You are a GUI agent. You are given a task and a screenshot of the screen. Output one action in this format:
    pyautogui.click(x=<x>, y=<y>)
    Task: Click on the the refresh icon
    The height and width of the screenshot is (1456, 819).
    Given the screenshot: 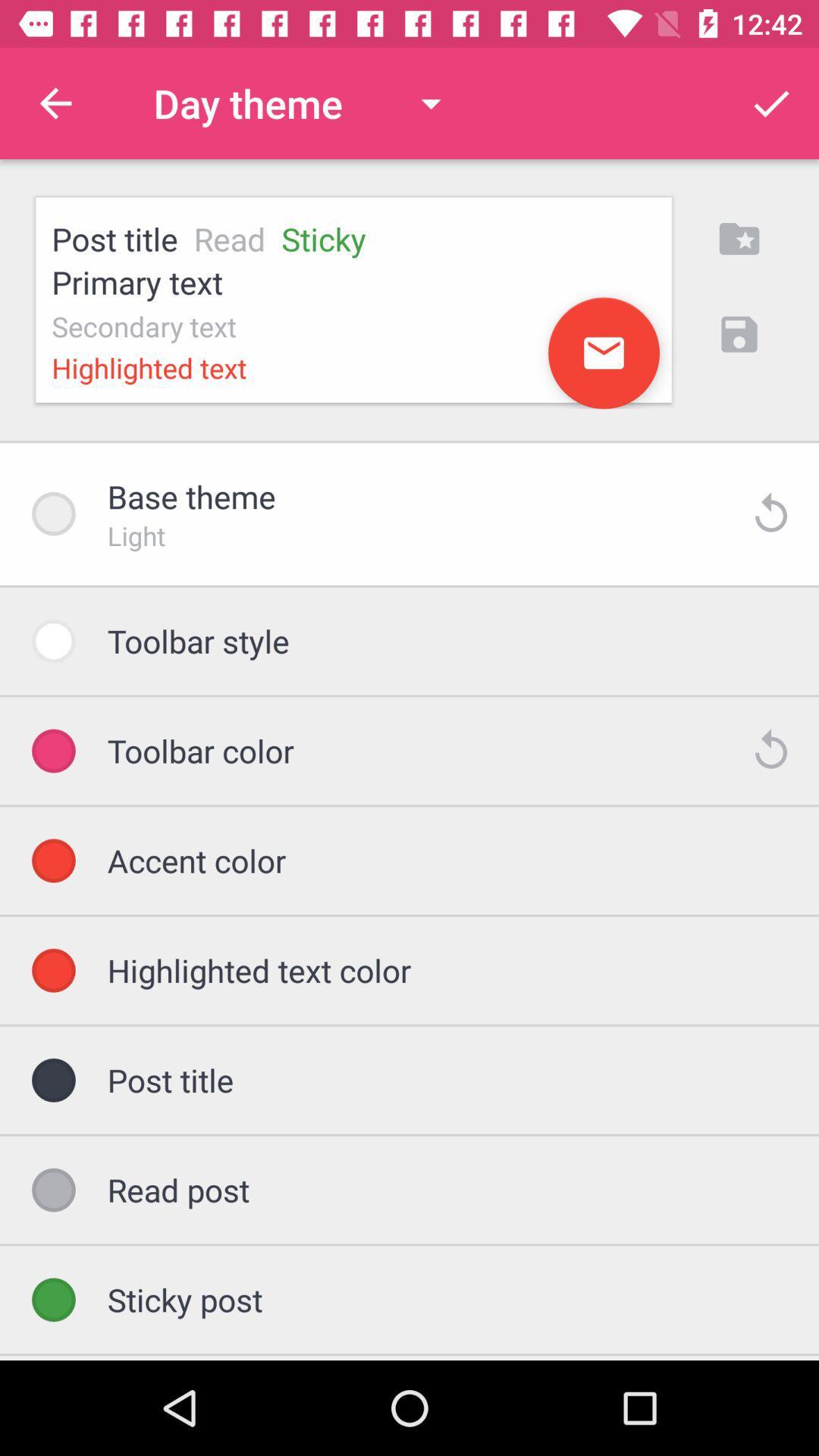 What is the action you would take?
    pyautogui.click(x=771, y=513)
    